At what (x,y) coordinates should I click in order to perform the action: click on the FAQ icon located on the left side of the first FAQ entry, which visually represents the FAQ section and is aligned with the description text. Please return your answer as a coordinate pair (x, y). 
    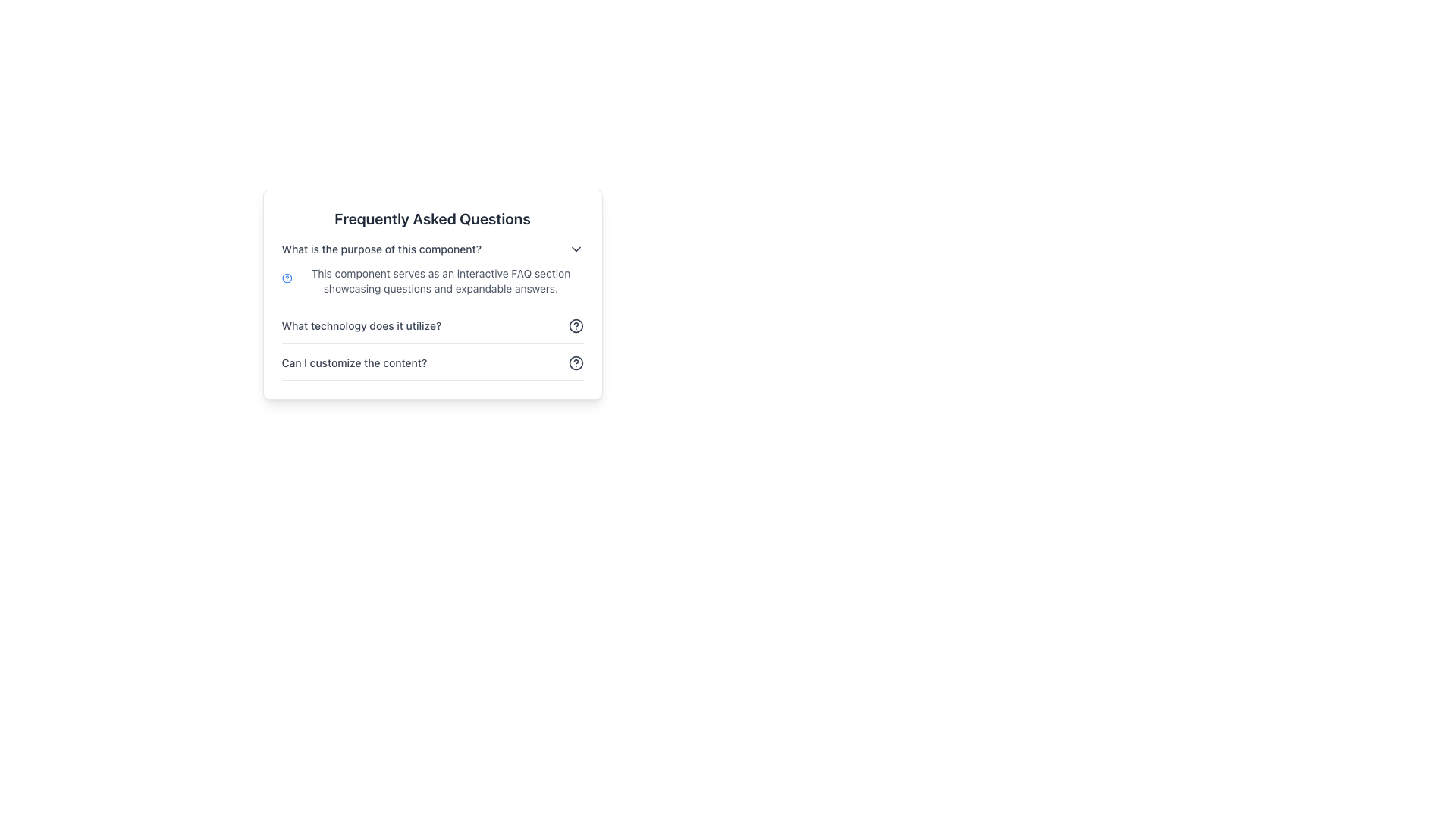
    Looking at the image, I should click on (287, 278).